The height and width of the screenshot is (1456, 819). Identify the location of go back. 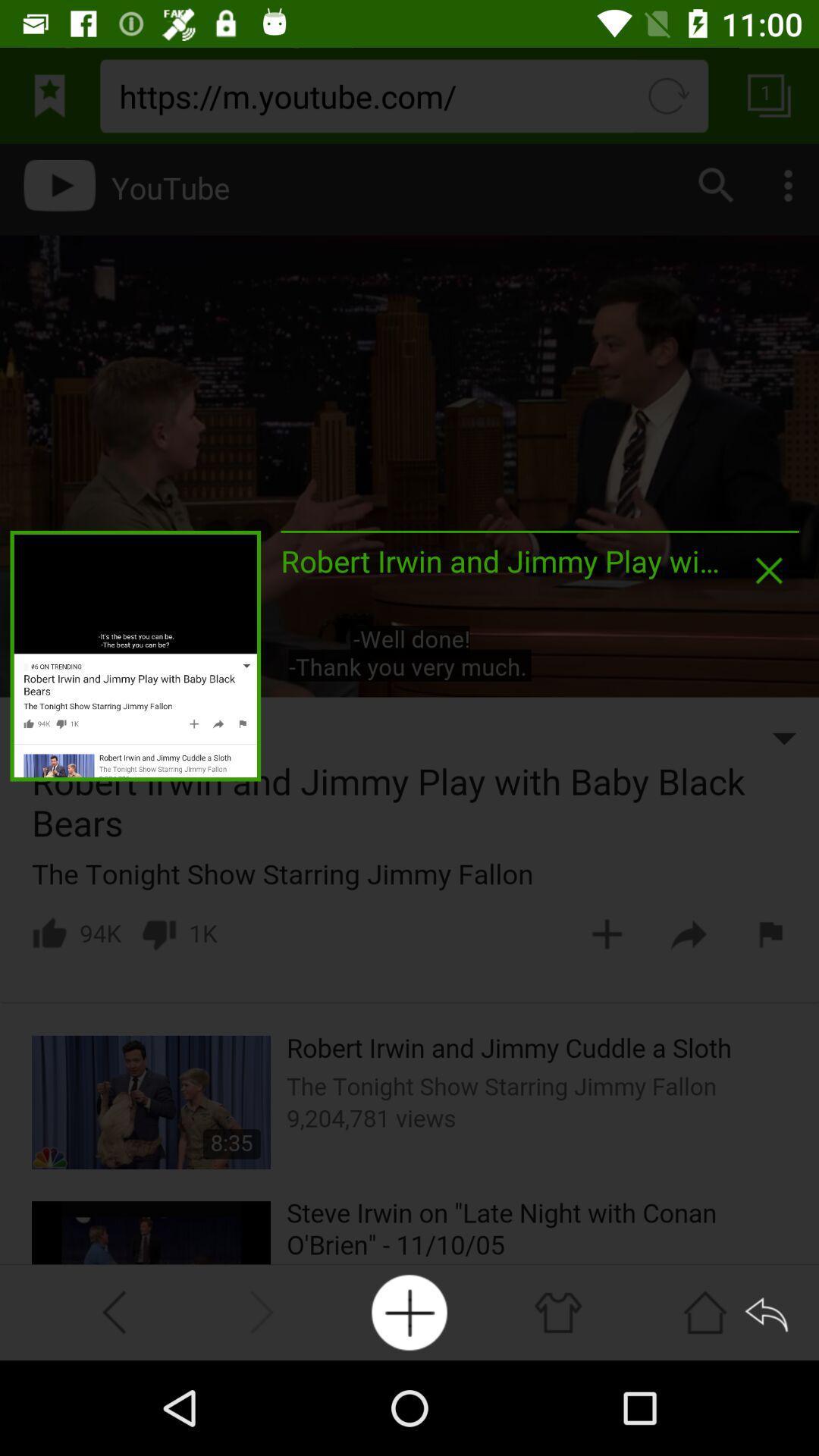
(769, 1311).